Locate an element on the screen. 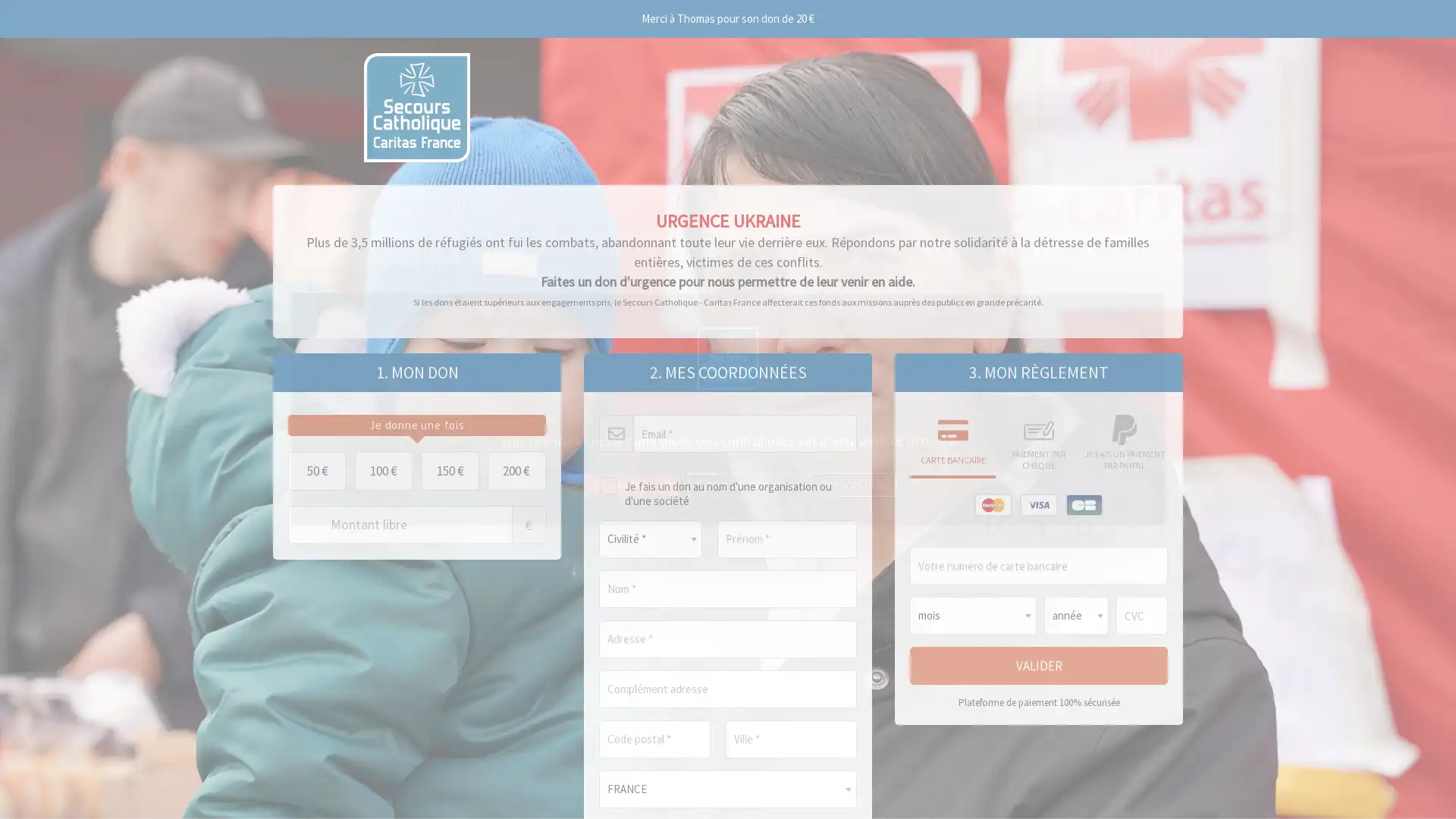 This screenshot has height=819, width=1456. Personalize (modal window) is located at coordinates (852, 485).